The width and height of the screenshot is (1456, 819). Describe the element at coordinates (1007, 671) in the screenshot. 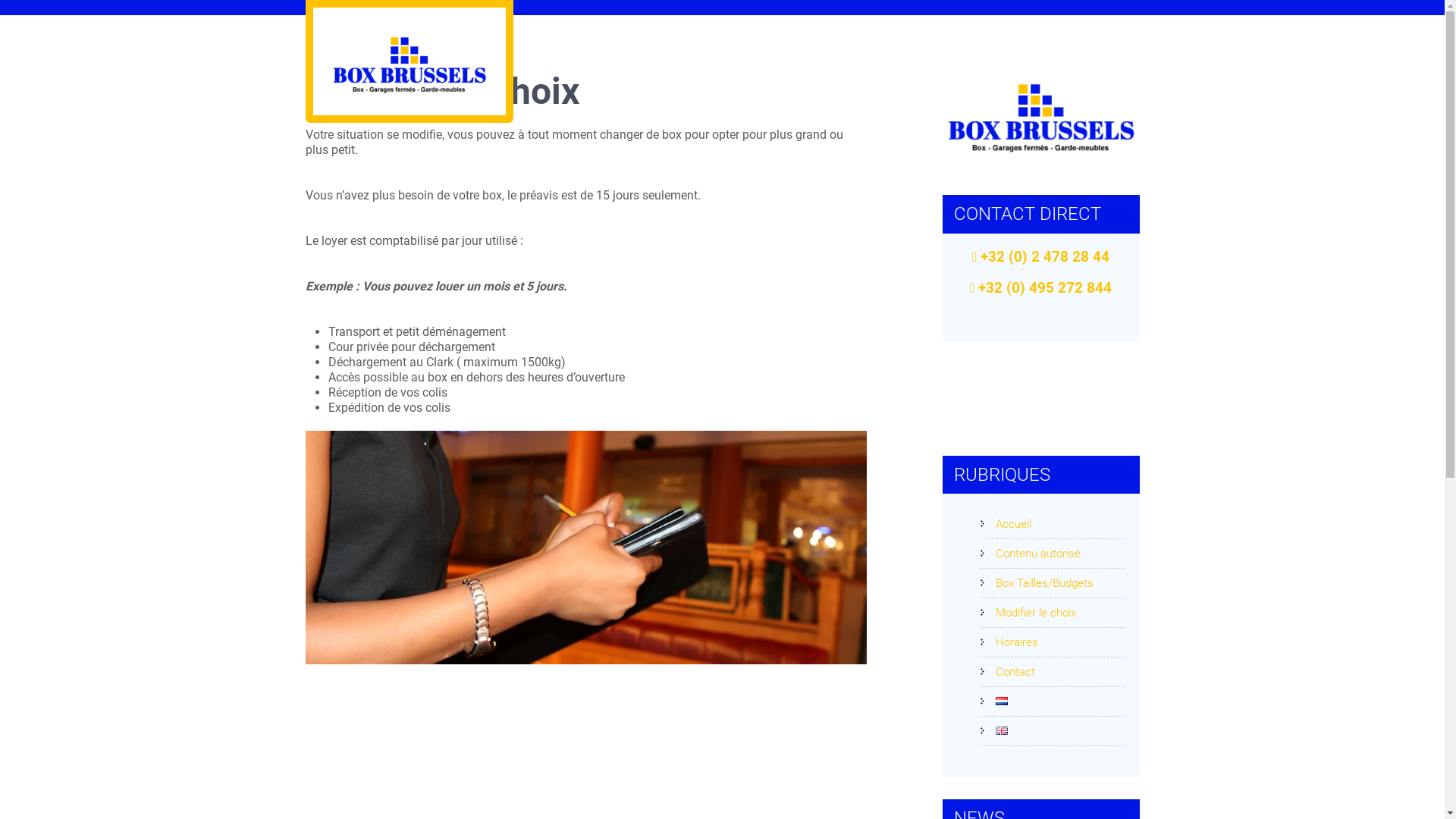

I see `'Contact'` at that location.